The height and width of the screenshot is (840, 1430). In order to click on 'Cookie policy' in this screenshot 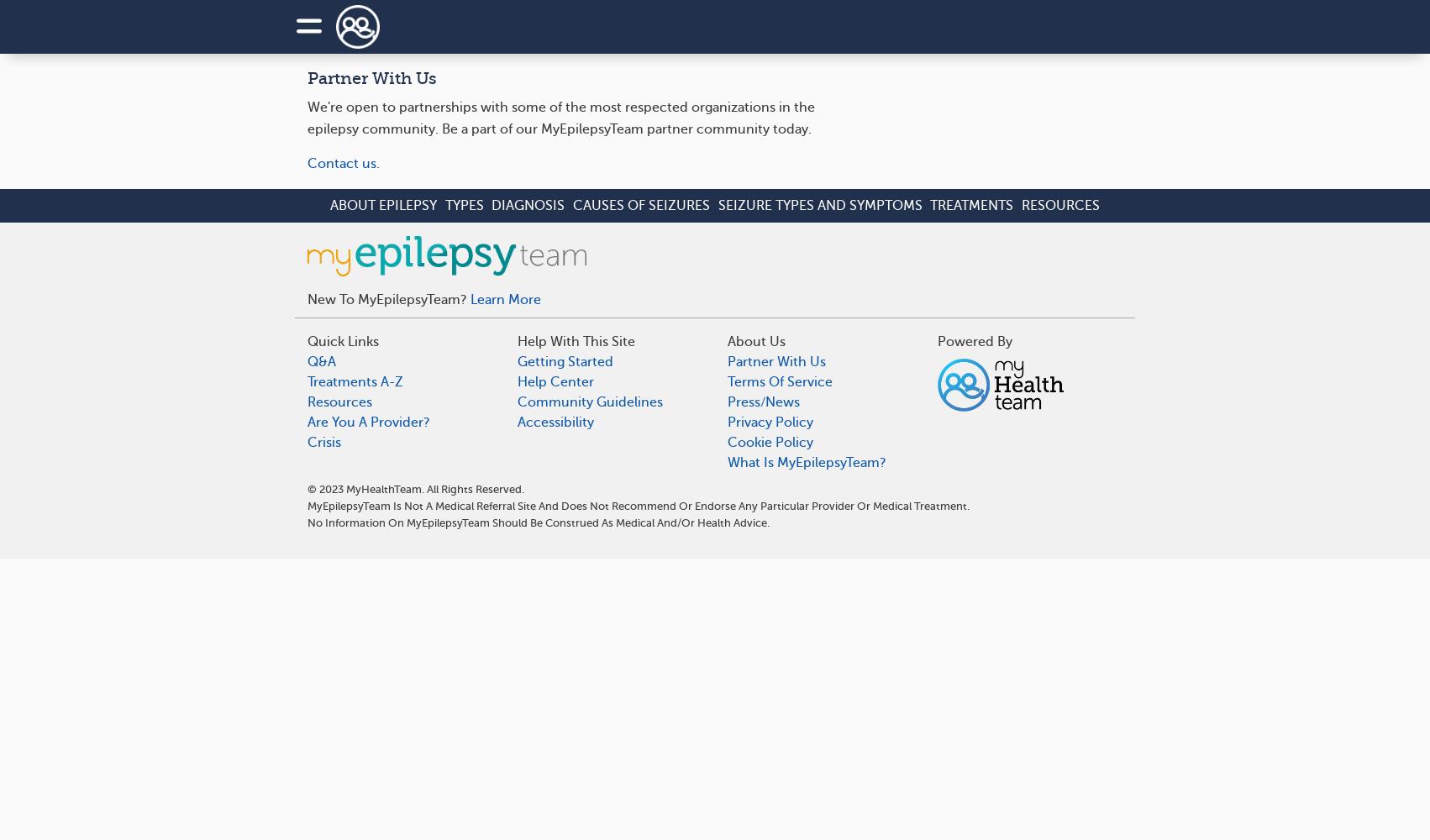, I will do `click(770, 443)`.